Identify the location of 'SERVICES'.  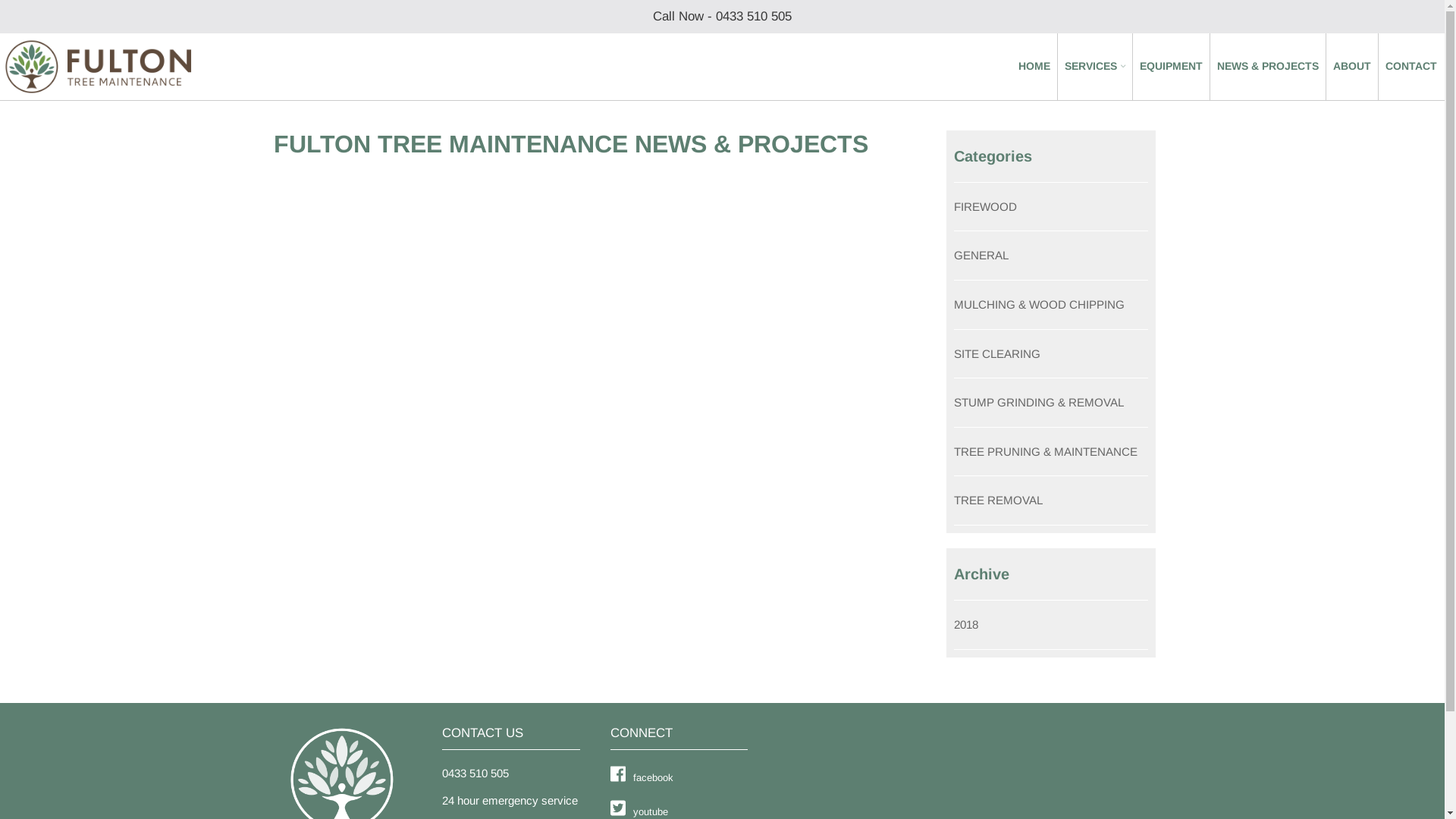
(1095, 66).